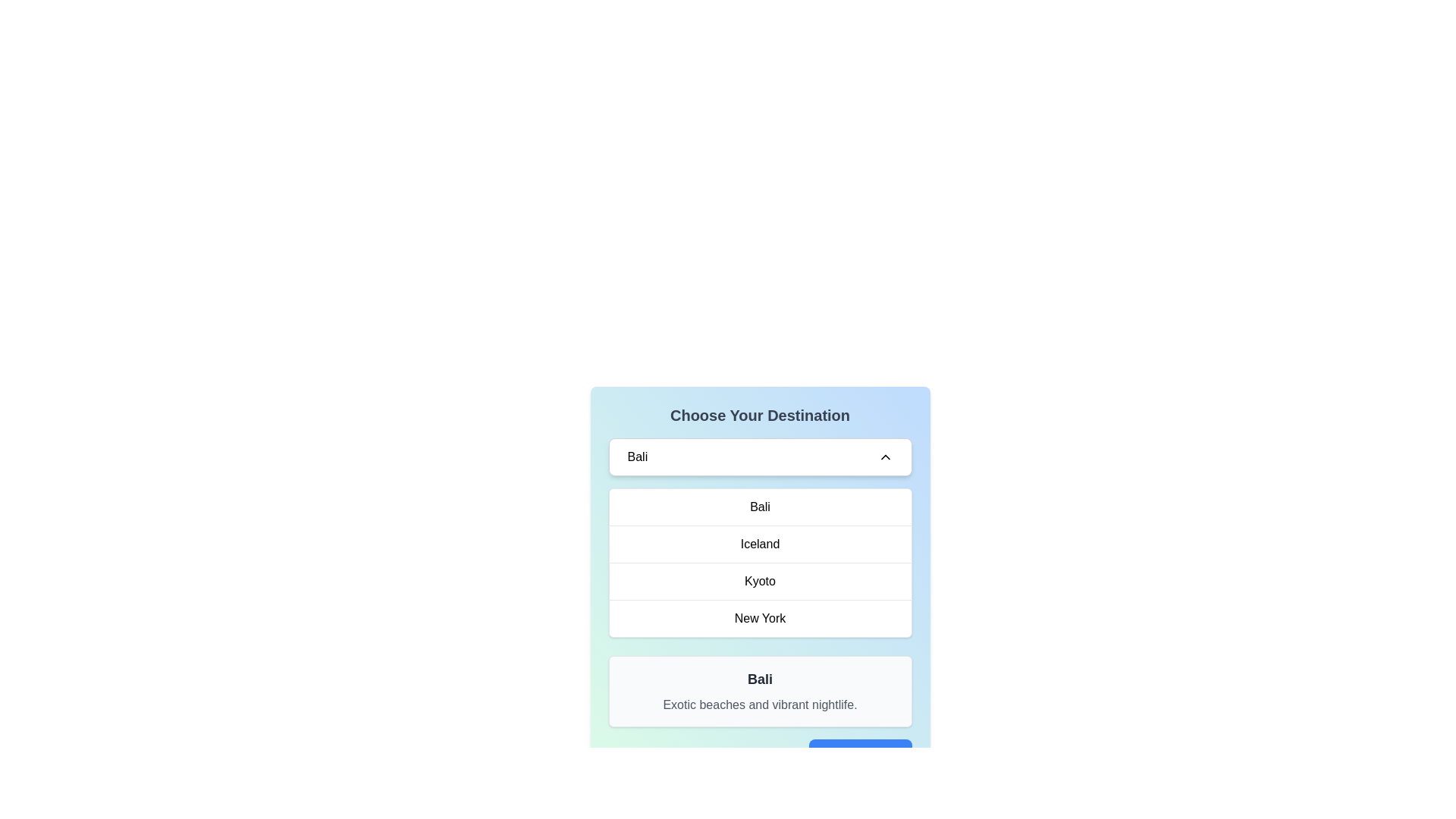 The width and height of the screenshot is (1456, 819). Describe the element at coordinates (885, 456) in the screenshot. I see `the upward-pointing chevron icon located on the right-hand side of the white rectangular bar labeled 'Bali'` at that location.